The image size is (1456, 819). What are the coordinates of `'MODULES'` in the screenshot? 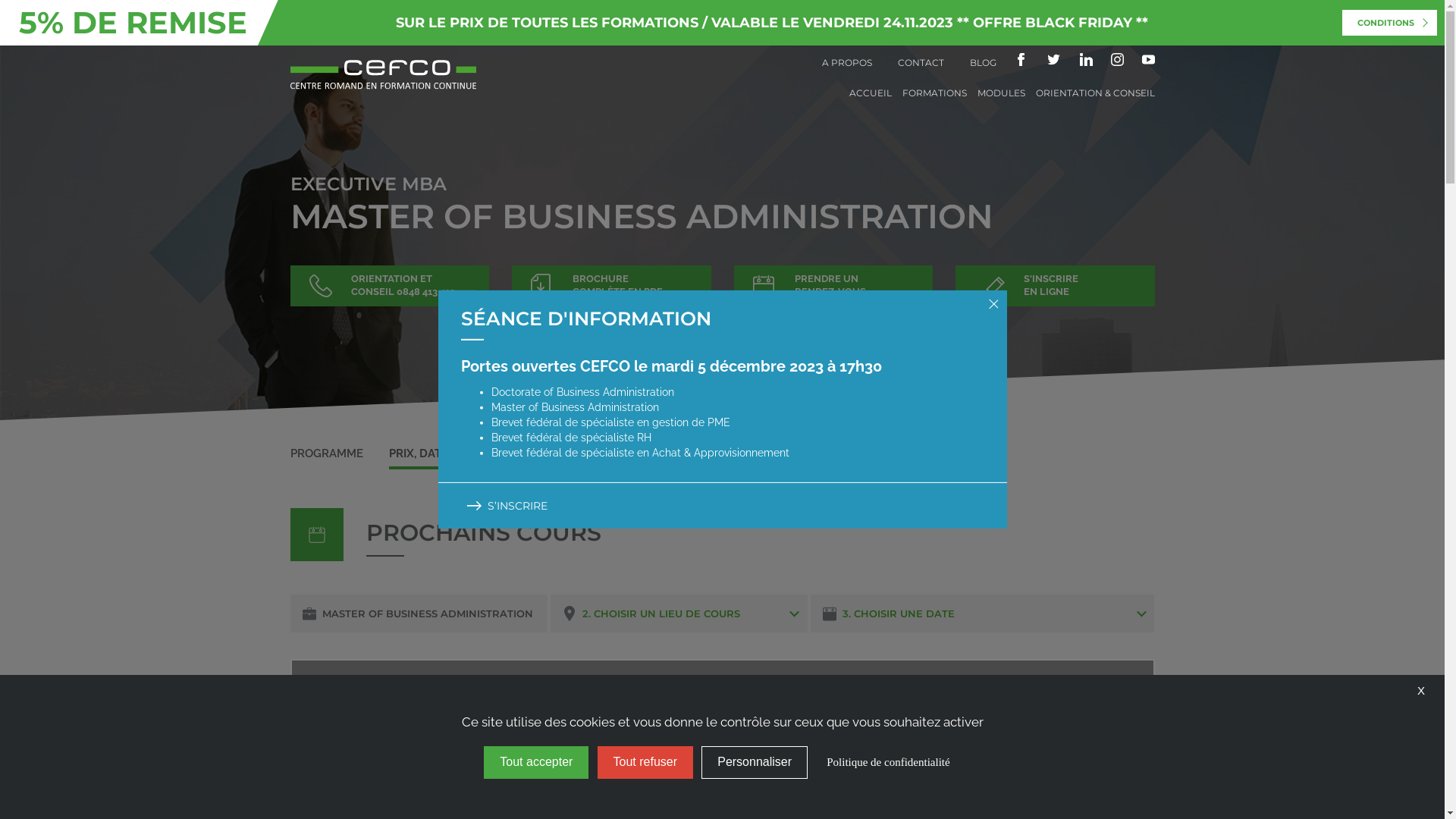 It's located at (1000, 93).